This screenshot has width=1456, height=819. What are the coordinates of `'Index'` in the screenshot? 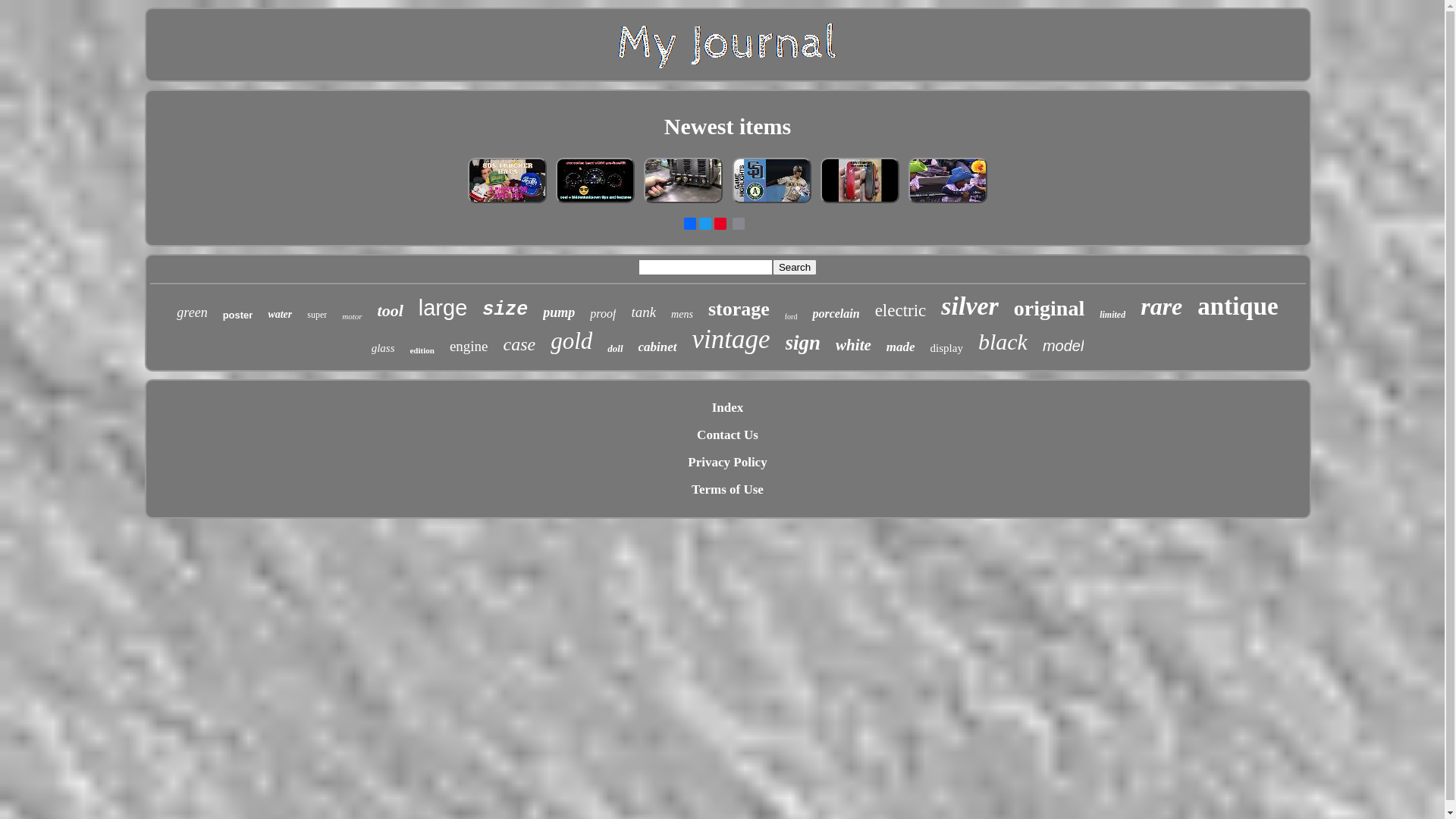 It's located at (728, 406).